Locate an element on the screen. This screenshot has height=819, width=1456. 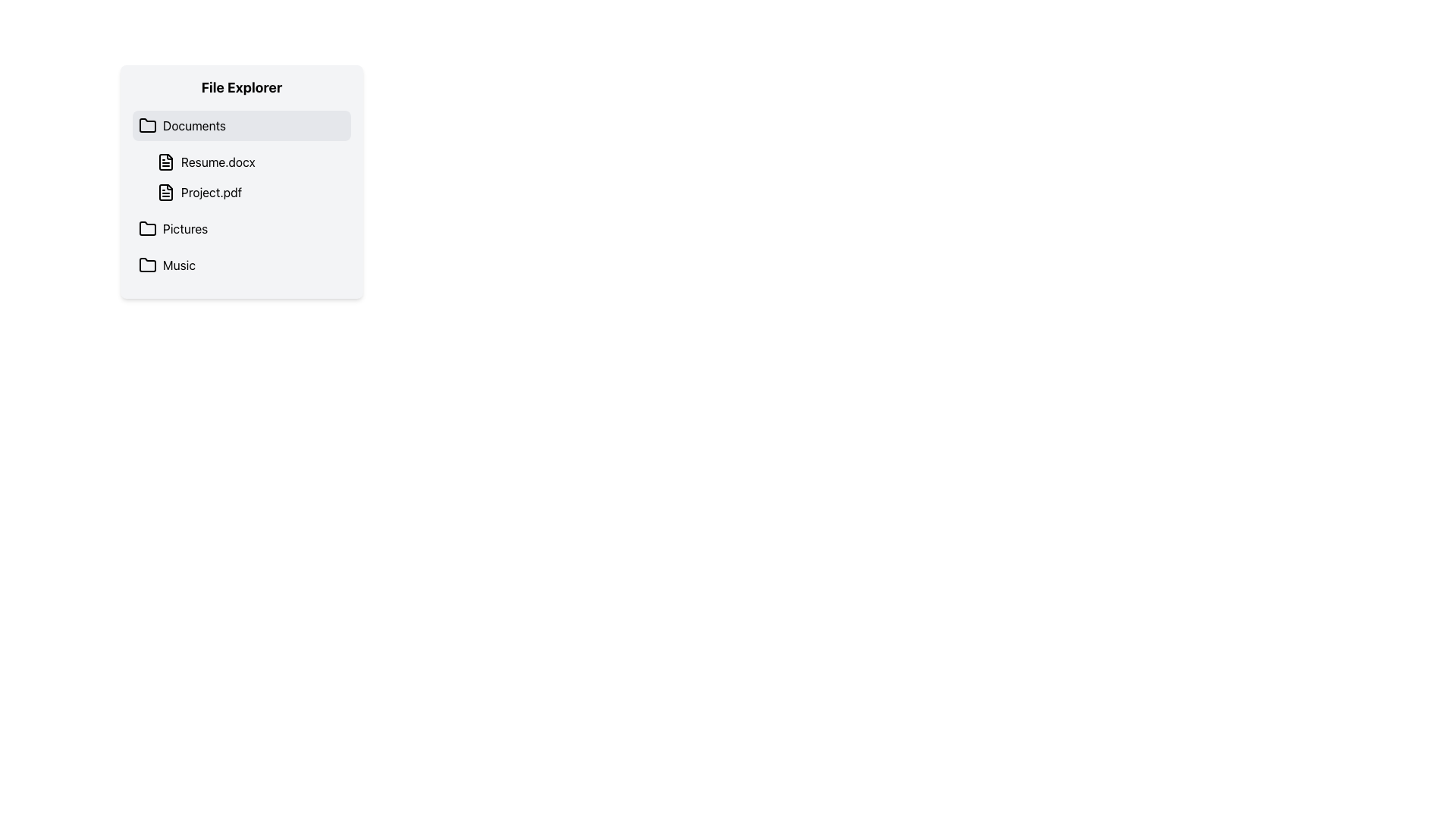
to select the file entry labeled 'Project.pdf' in the file explorer interface is located at coordinates (251, 192).